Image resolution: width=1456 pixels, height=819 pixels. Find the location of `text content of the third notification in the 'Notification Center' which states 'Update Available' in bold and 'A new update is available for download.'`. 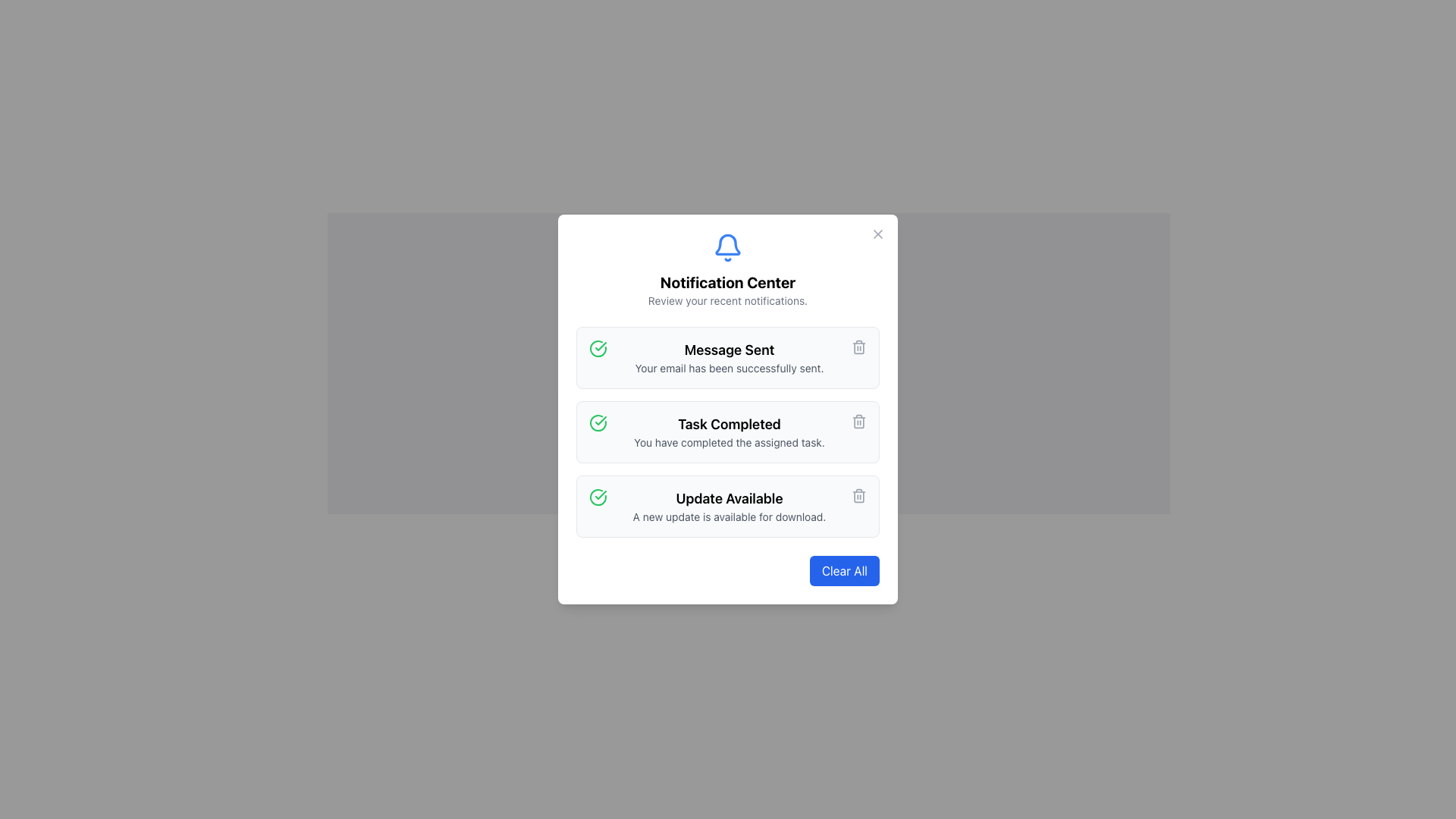

text content of the third notification in the 'Notification Center' which states 'Update Available' in bold and 'A new update is available for download.' is located at coordinates (729, 506).